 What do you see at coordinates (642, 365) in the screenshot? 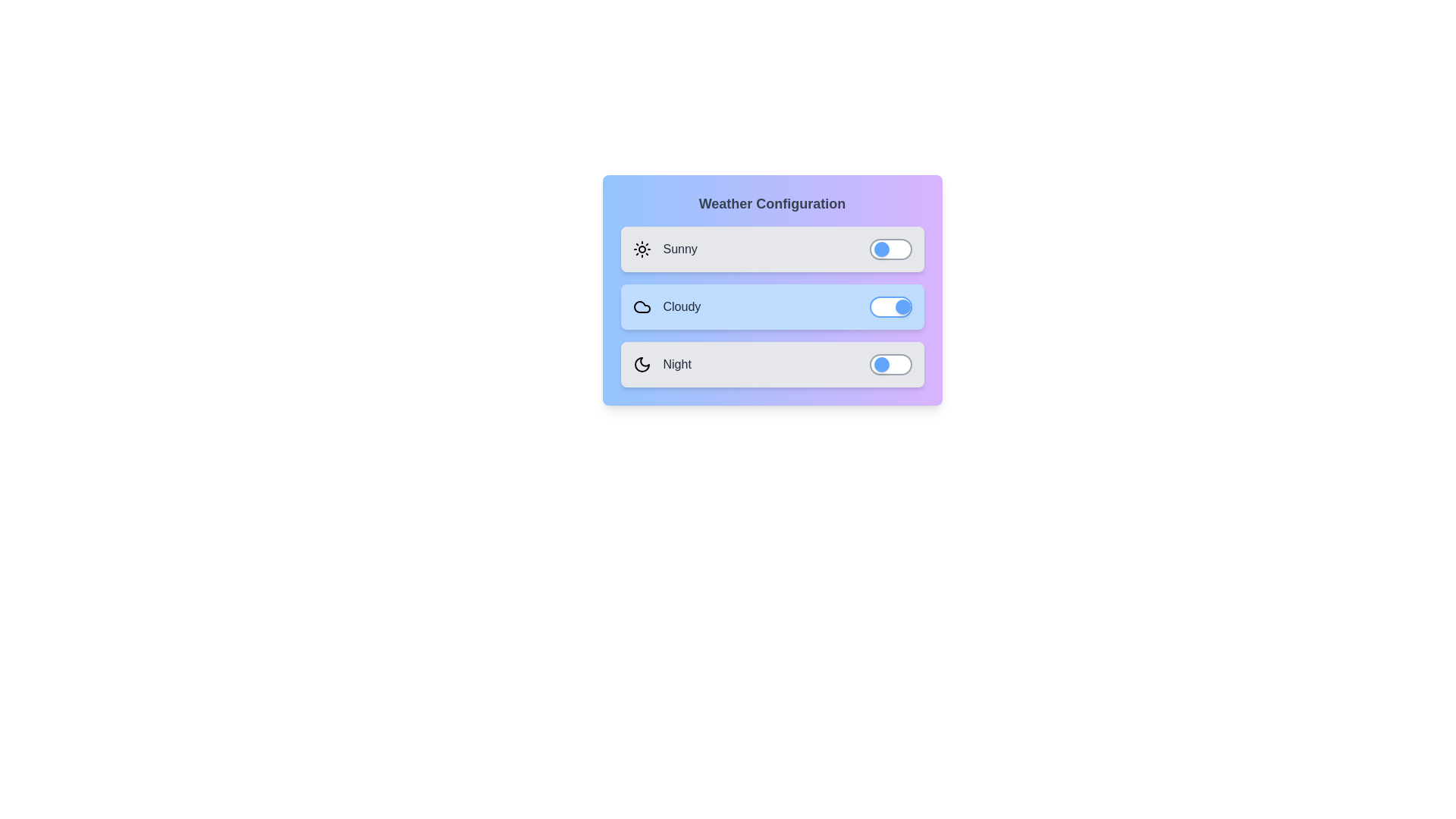
I see `the icon for the Night weather option to toggle its state` at bounding box center [642, 365].